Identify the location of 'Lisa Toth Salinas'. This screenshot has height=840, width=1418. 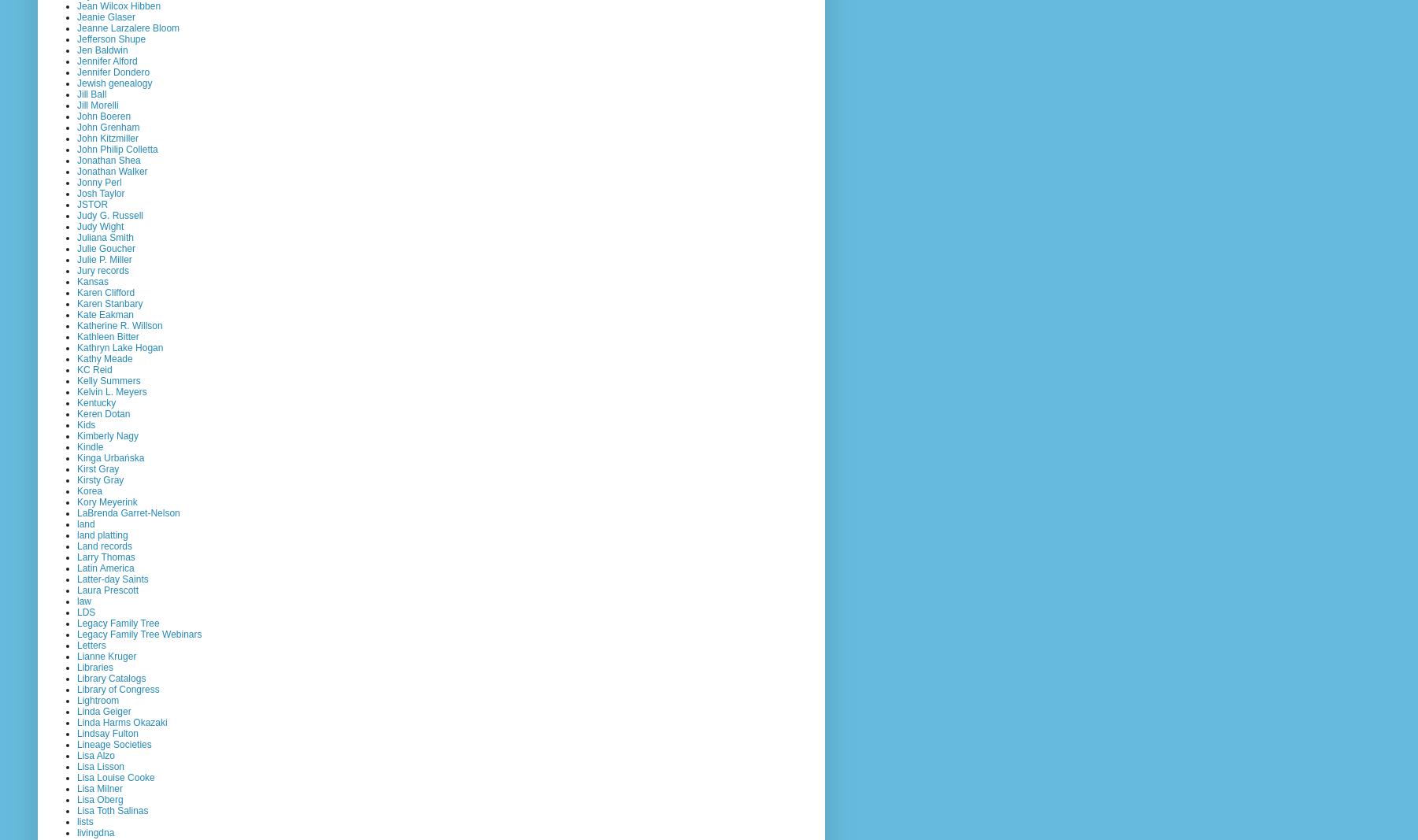
(112, 810).